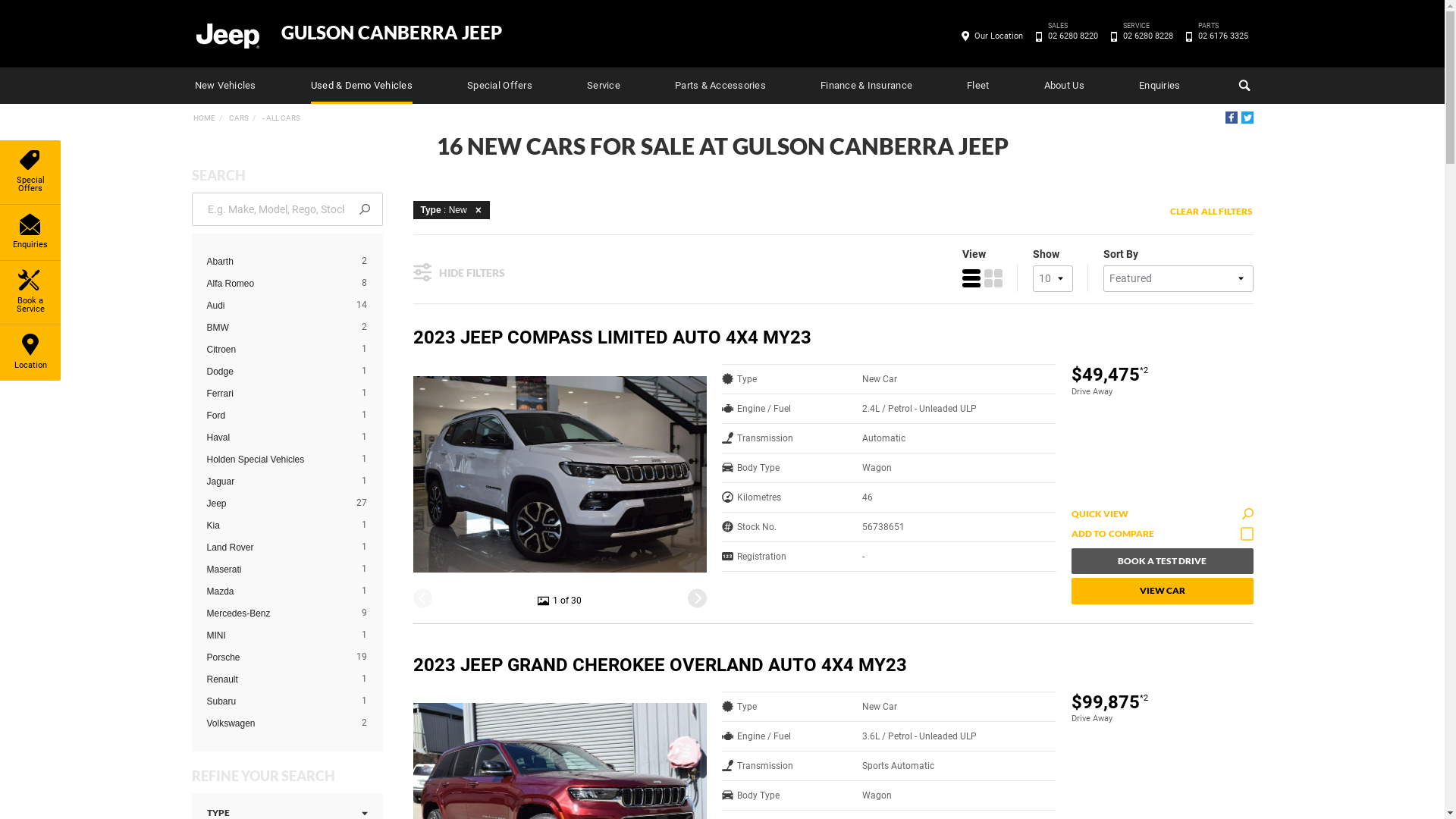  Describe the element at coordinates (1160, 590) in the screenshot. I see `'VIEW CAR'` at that location.